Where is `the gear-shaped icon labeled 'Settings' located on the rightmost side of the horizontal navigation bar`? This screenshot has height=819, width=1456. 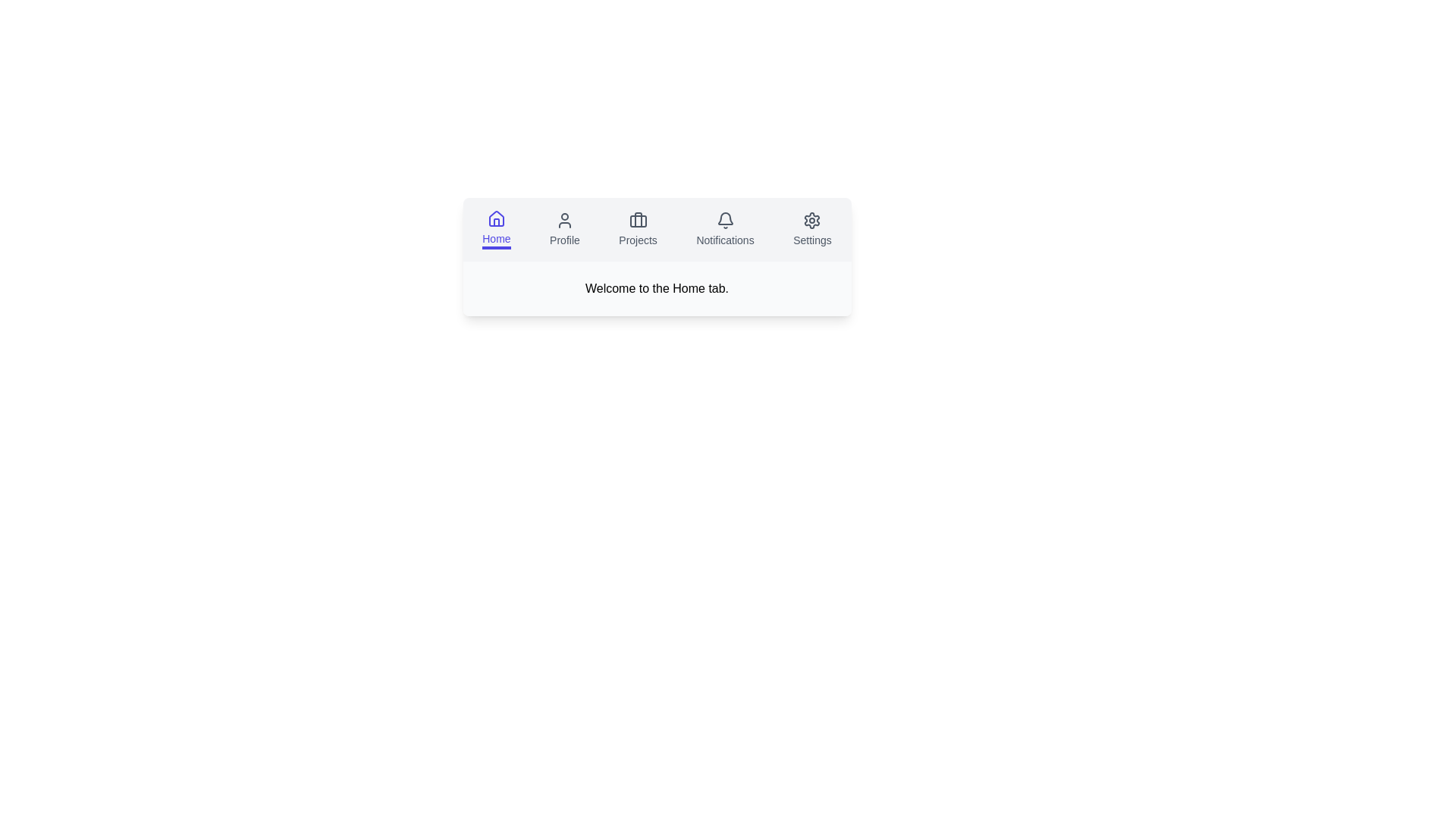 the gear-shaped icon labeled 'Settings' located on the rightmost side of the horizontal navigation bar is located at coordinates (811, 220).